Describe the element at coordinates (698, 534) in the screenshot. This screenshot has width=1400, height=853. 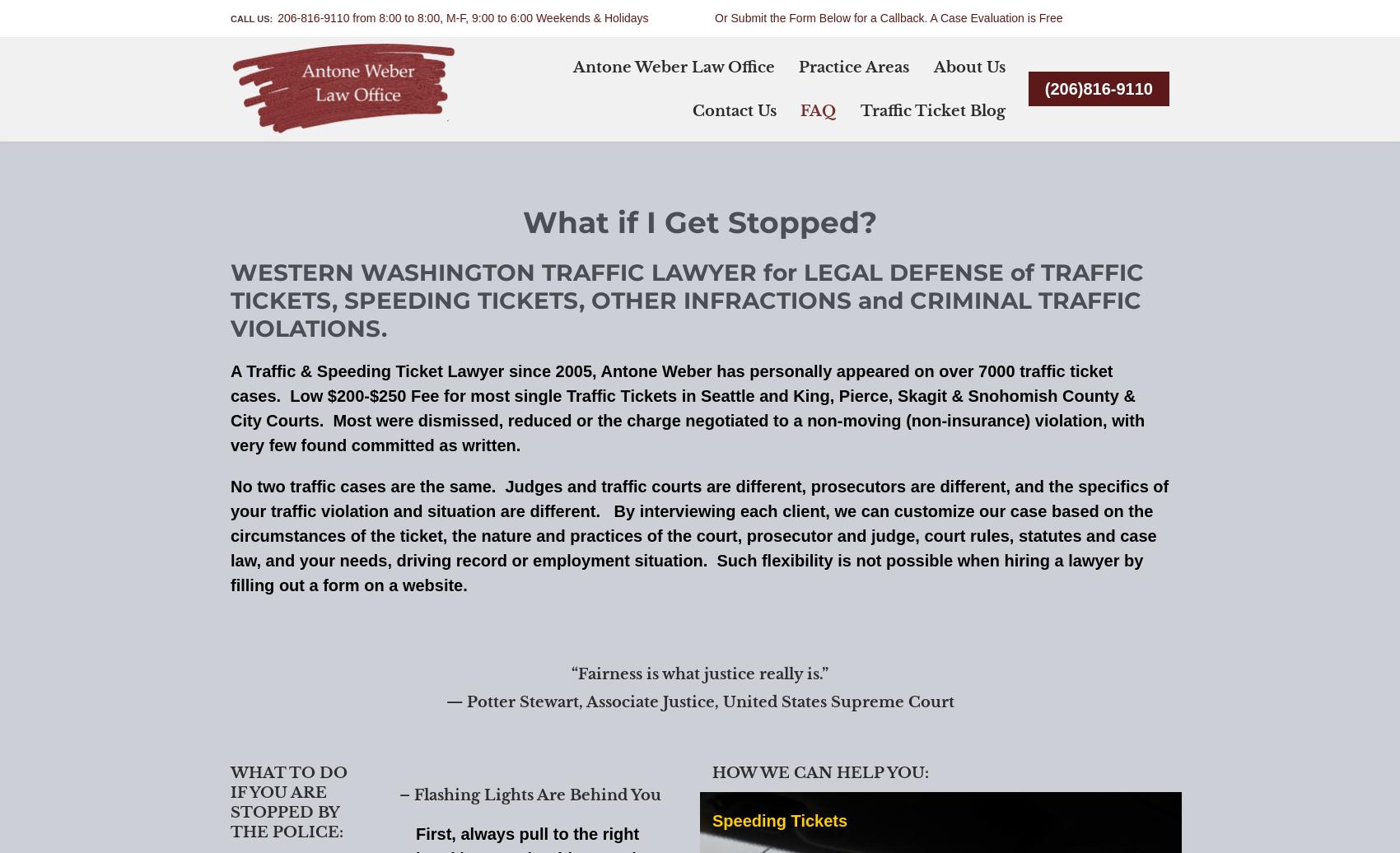
I see `'No two traffic cases are the same.  Judges and traffic courts are different, prosecutors are different, and the specifics of your traffic violation and situation are different.   By interviewing each client, we can customize our case based on the circumstances of the ticket, the nature and practices of the court, prosecutor and judge, court rules, statutes and case law, and your needs, driving record or employment situation.  Such flexibility is not possible when hiring a lawyer by filling out a form on a website.'` at that location.